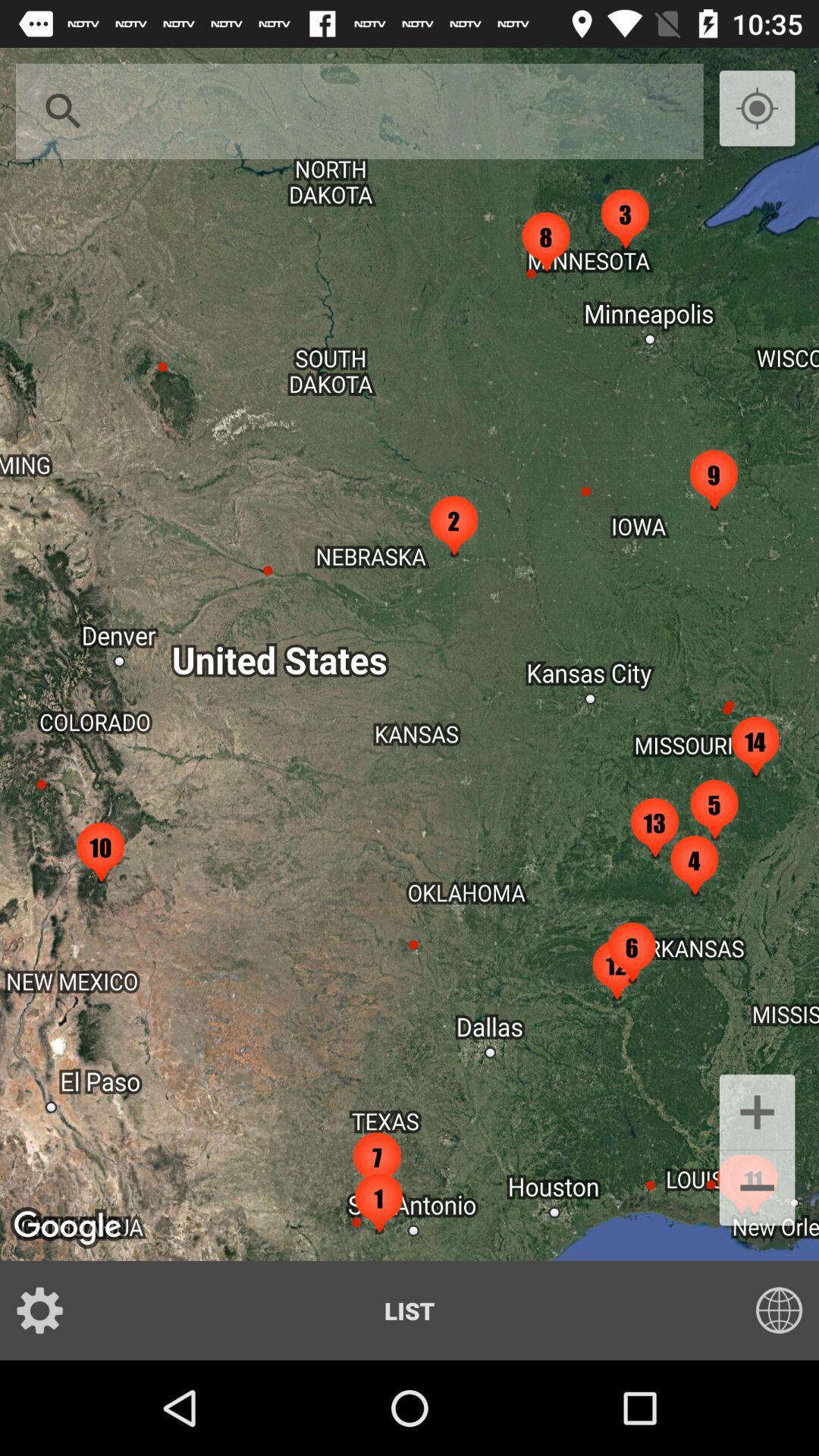 This screenshot has height=1456, width=819. Describe the element at coordinates (757, 1110) in the screenshot. I see `the add icon` at that location.